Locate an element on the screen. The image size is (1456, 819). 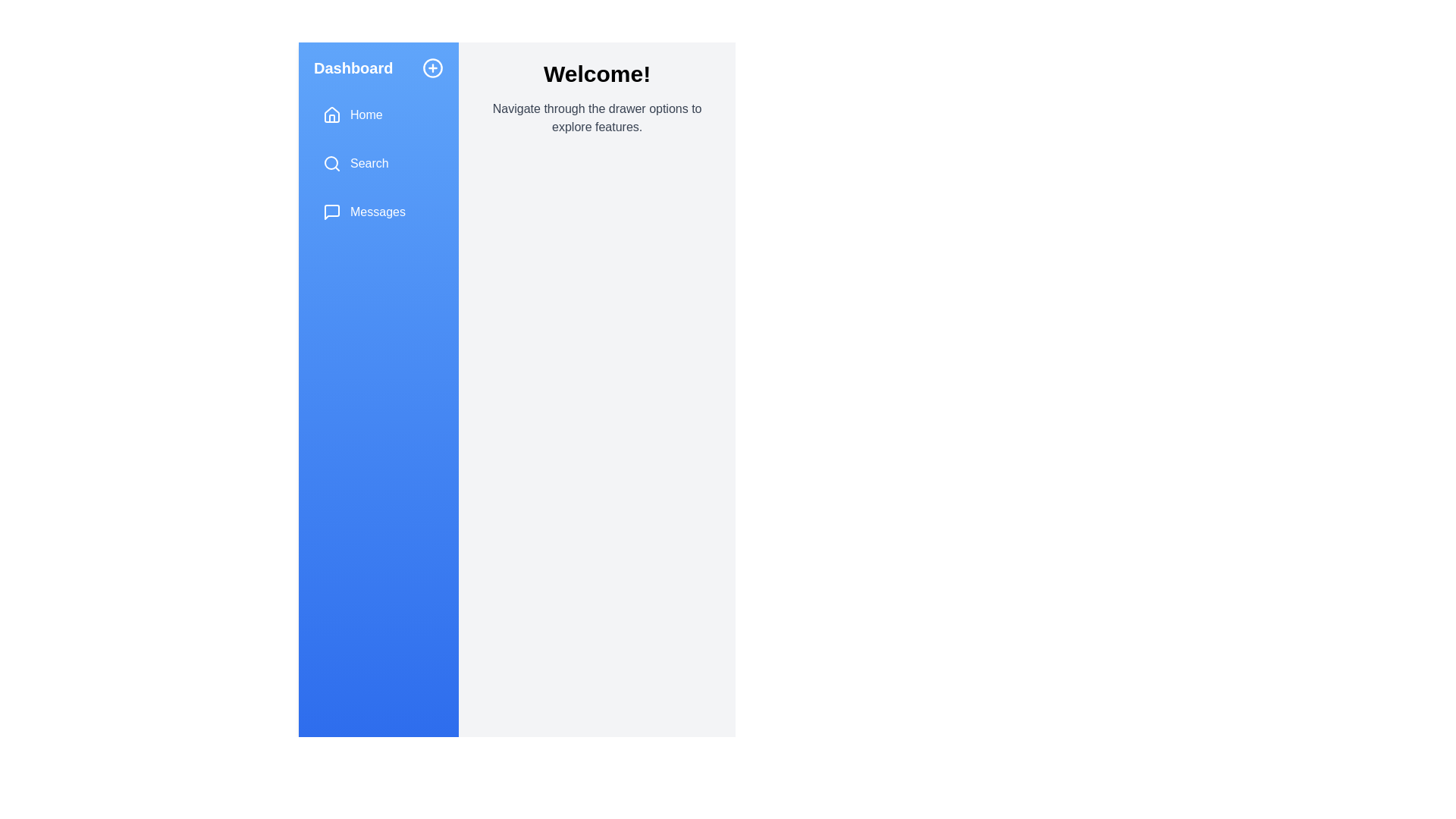
the 'Home' option in the drawer to navigate to the Home section is located at coordinates (378, 114).